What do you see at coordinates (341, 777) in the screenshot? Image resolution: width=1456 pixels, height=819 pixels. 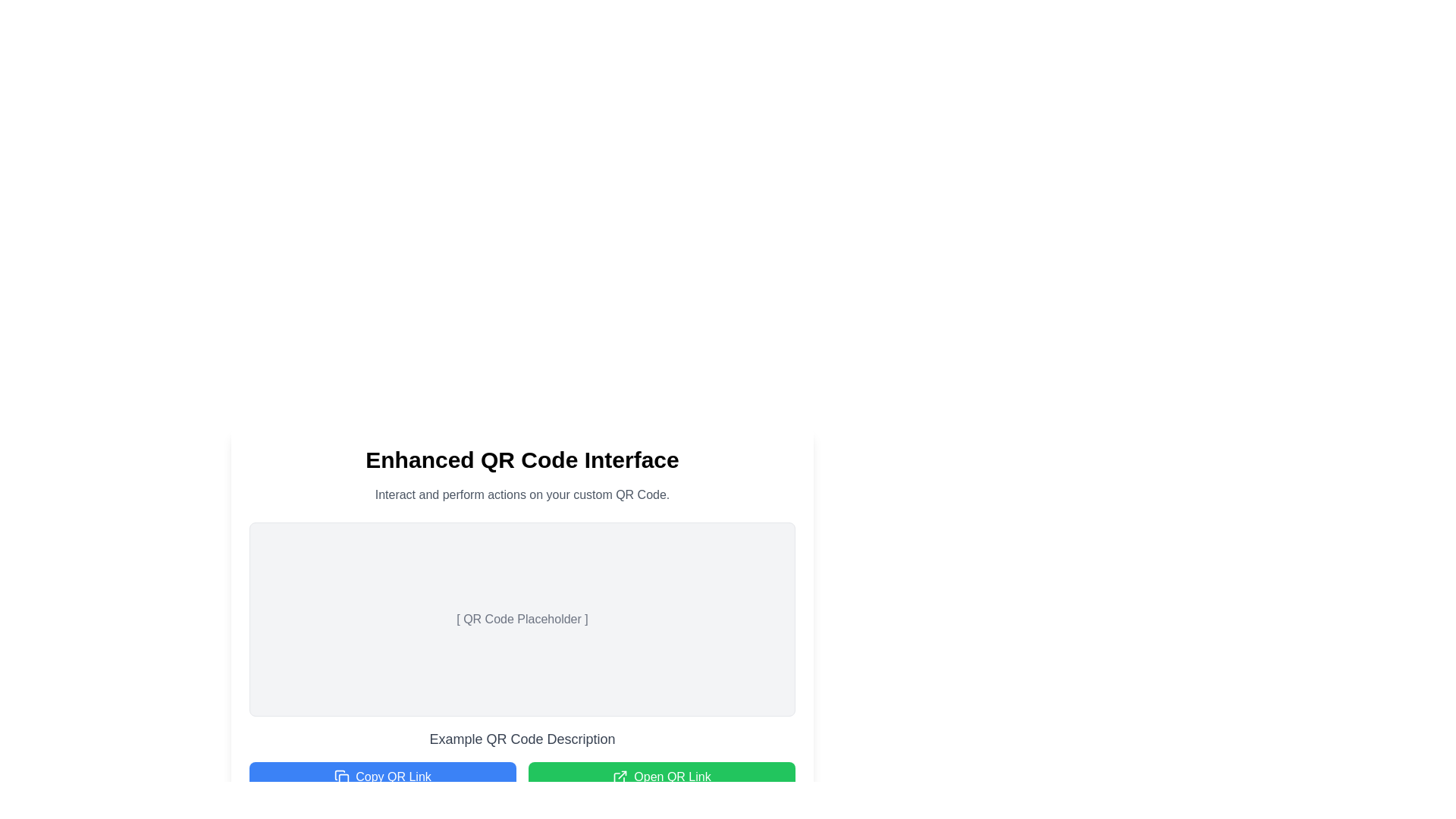 I see `the copy action icon located inside the blue button labeled 'Copy QR Link' at the bottom left of the interface` at bounding box center [341, 777].